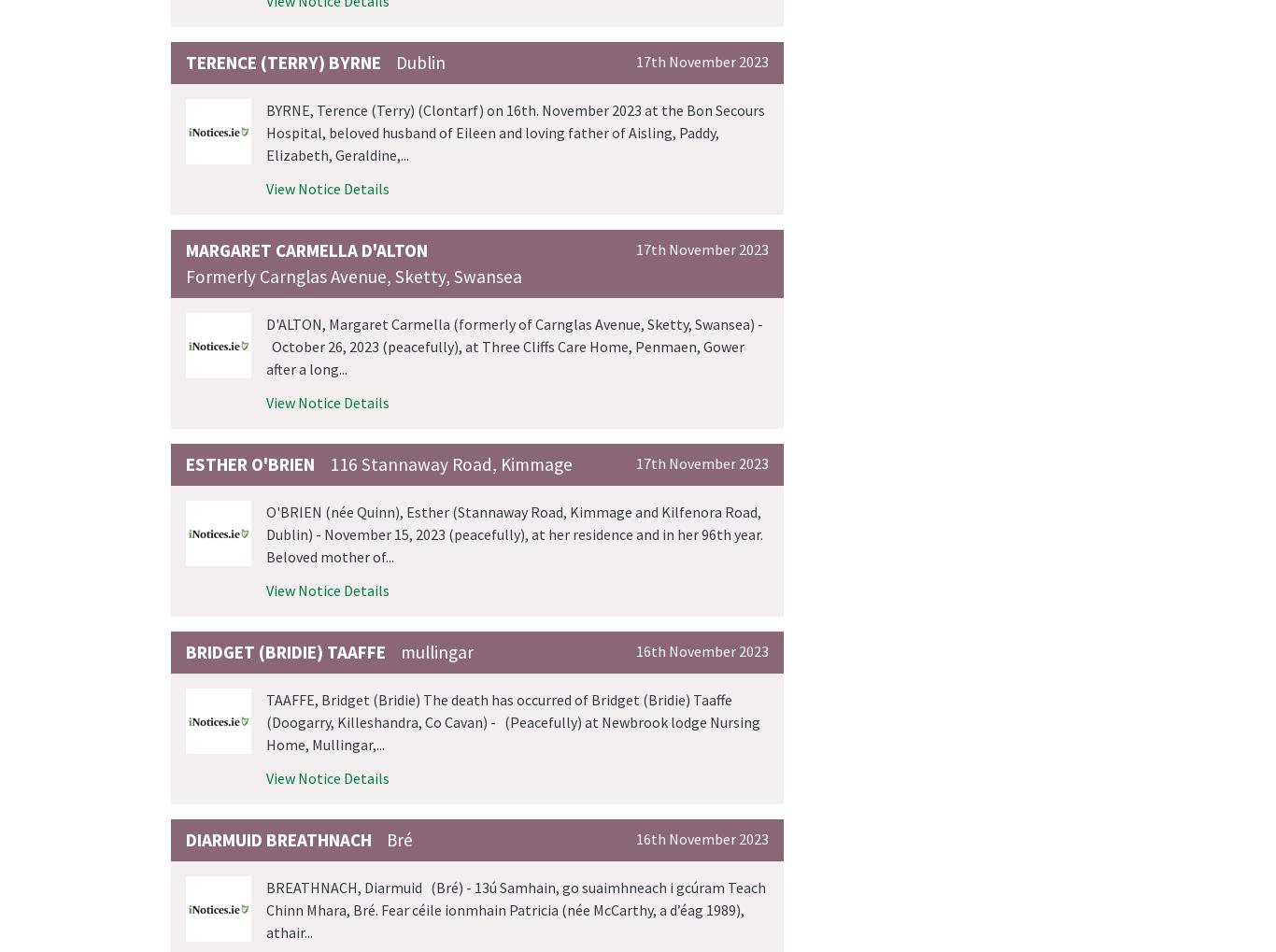 This screenshot has width=1276, height=952. Describe the element at coordinates (353, 276) in the screenshot. I see `'Formerly Carnglas Avenue, Sketty, Swansea'` at that location.